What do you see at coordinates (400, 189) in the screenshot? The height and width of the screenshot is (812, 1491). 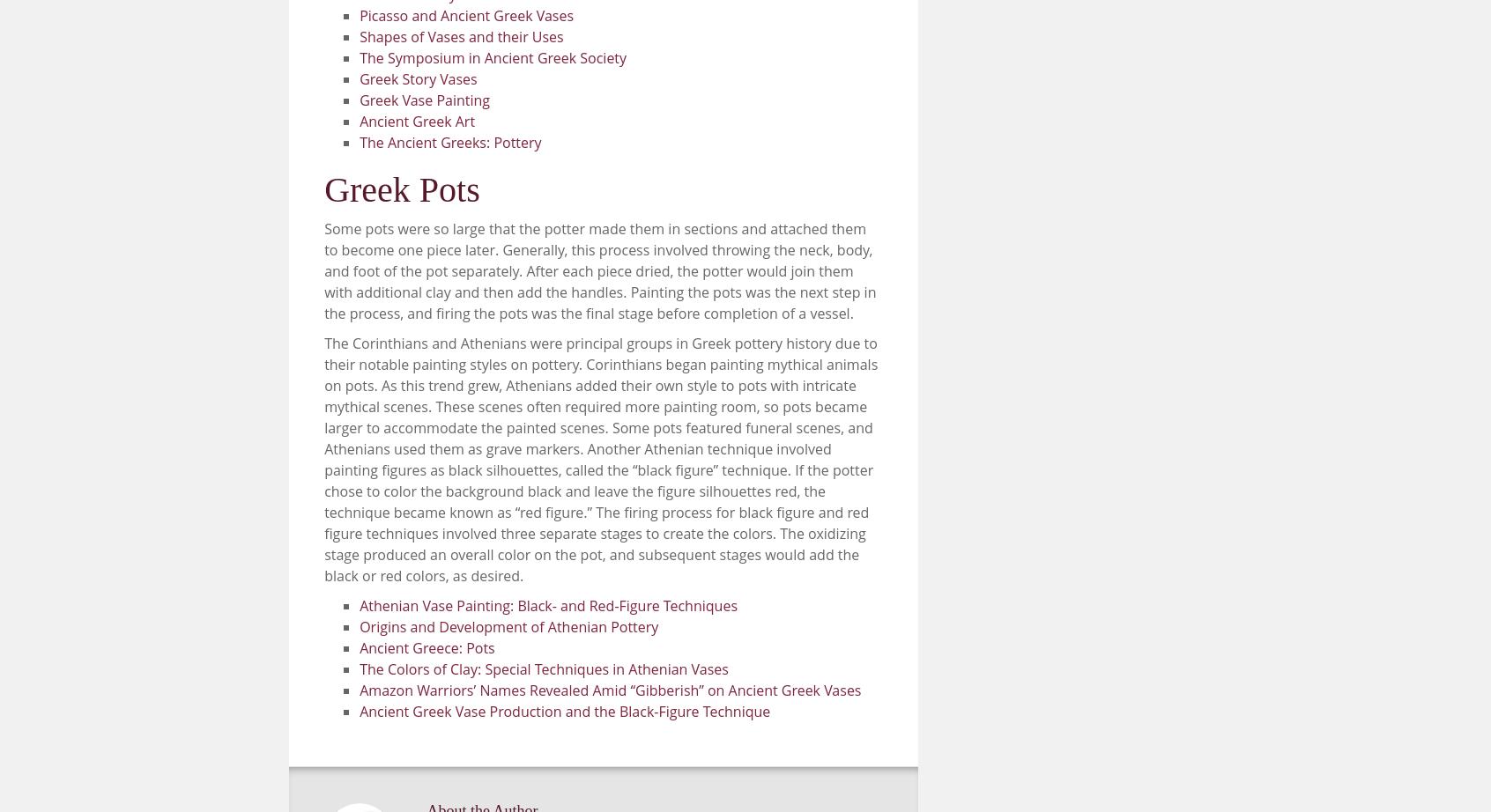 I see `'Greek Pots'` at bounding box center [400, 189].